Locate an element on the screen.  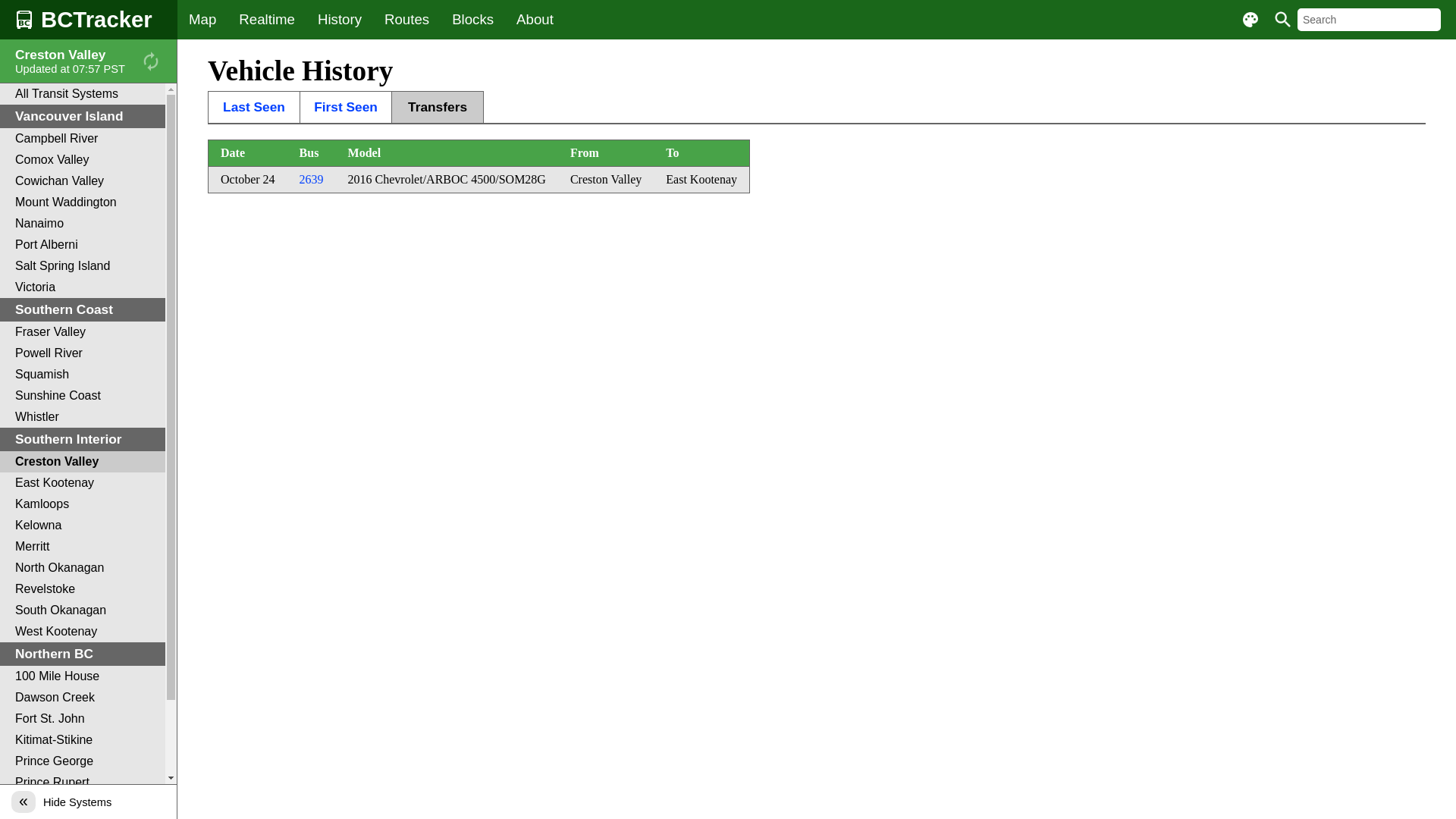
'BCTracker' is located at coordinates (87, 20).